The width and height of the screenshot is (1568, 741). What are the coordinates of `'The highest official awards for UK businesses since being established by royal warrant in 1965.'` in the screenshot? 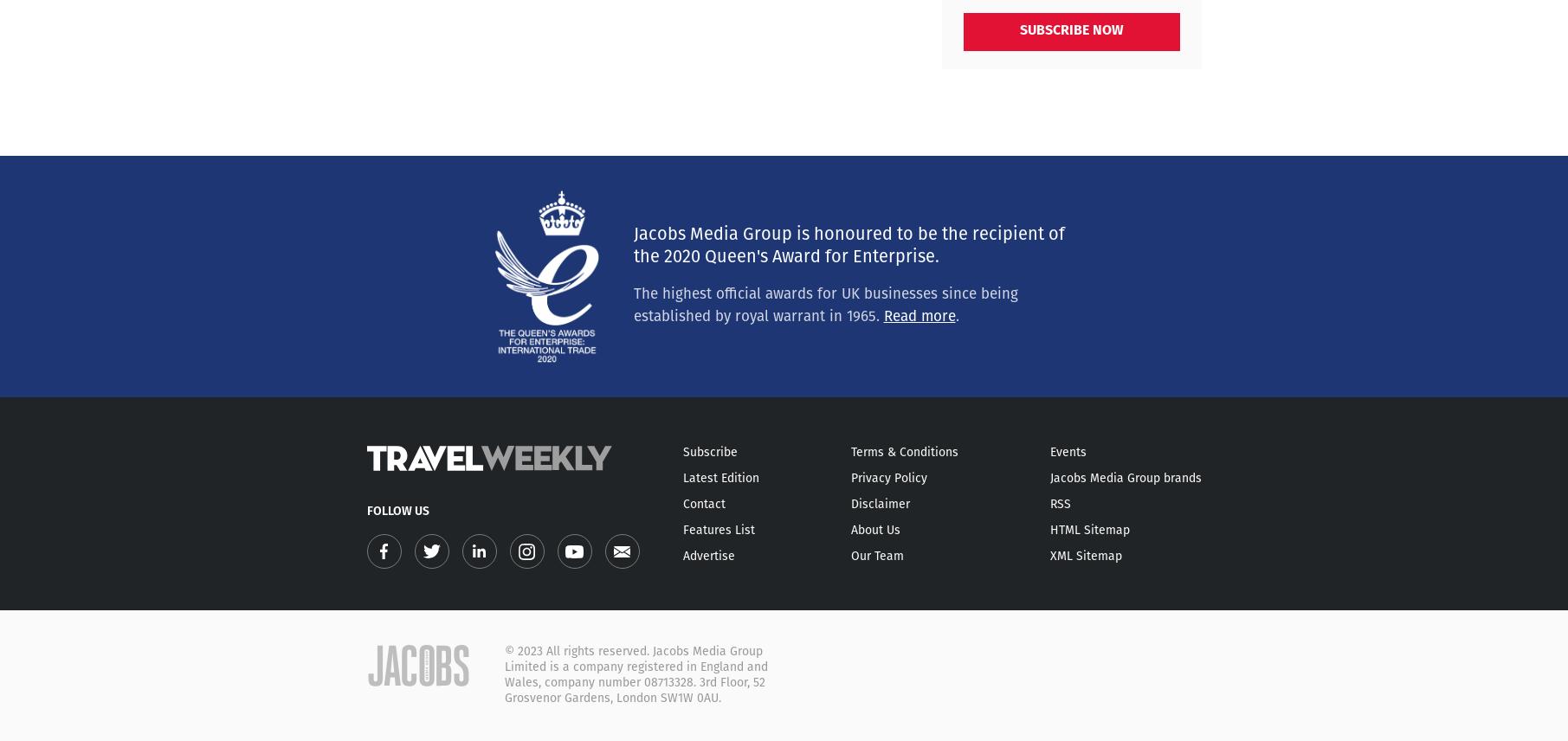 It's located at (823, 305).